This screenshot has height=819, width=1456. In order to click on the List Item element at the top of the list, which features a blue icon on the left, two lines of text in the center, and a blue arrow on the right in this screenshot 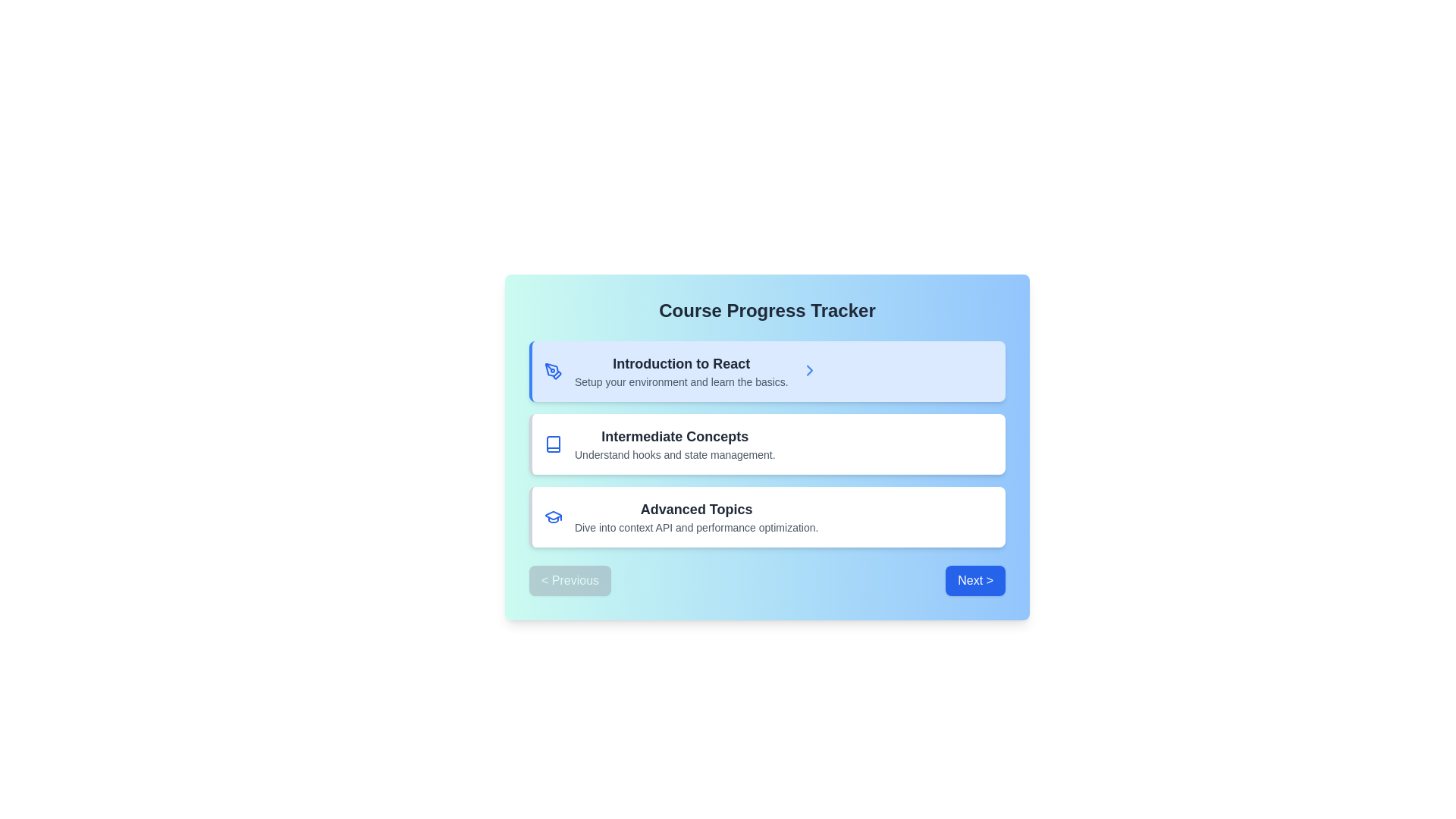, I will do `click(768, 371)`.